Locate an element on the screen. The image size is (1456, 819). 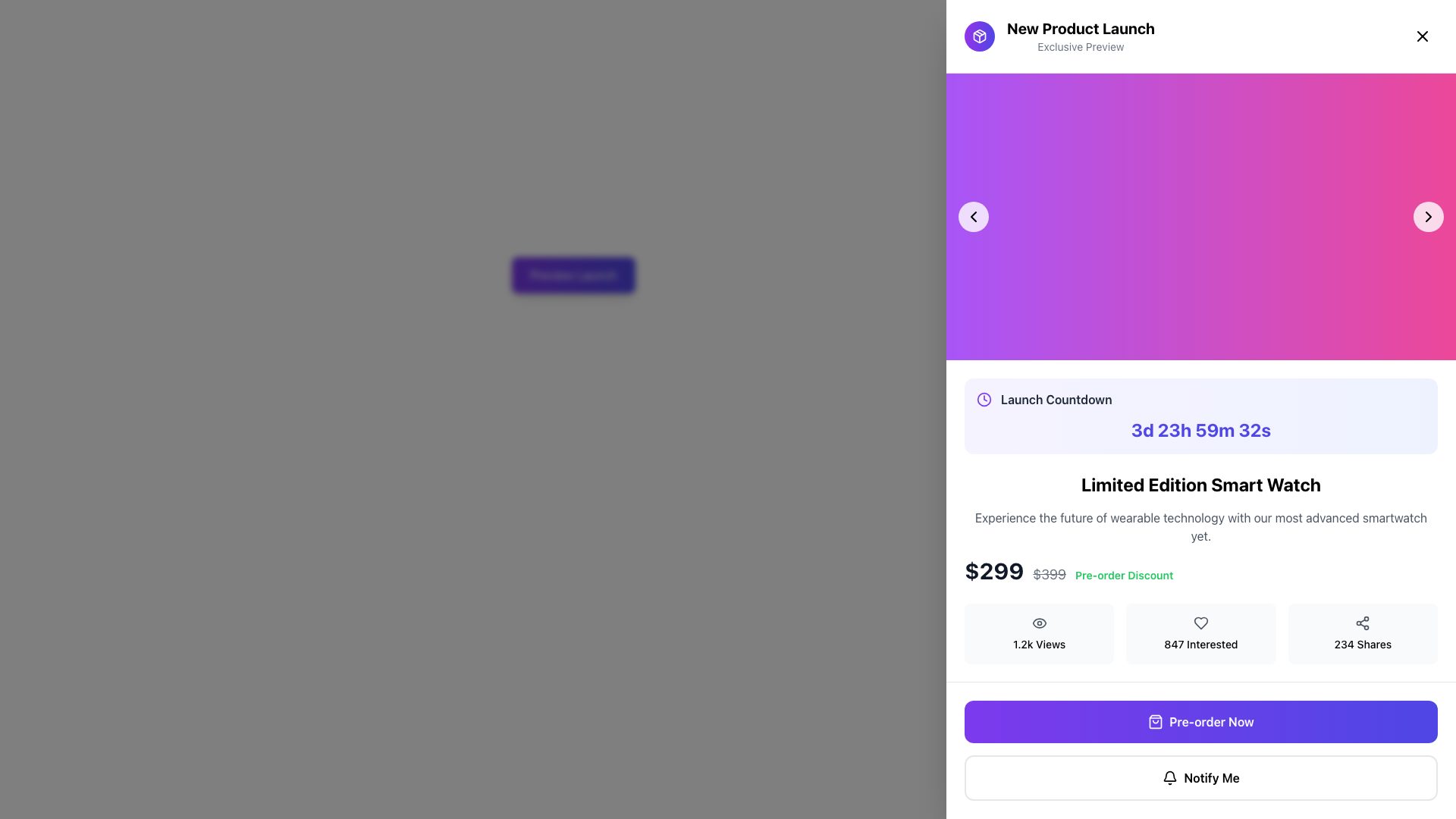
the Informational widget that displays the number of people who have interacted positively or shown interest in the associated content, located between '1.2k Views' and '234 Shares' is located at coordinates (1200, 634).